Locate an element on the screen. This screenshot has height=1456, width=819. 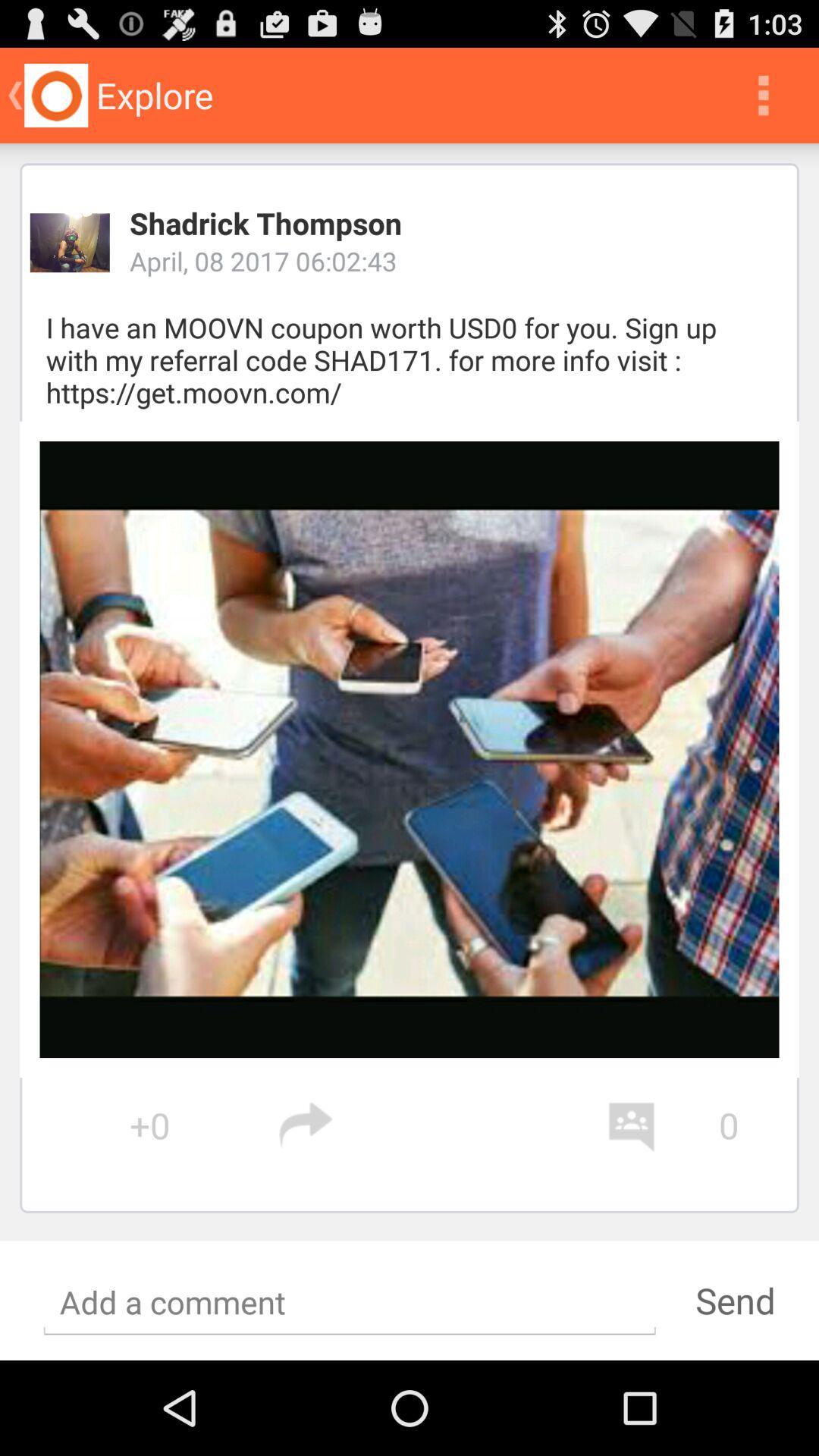
the image beside shadrick thompson is located at coordinates (70, 243).